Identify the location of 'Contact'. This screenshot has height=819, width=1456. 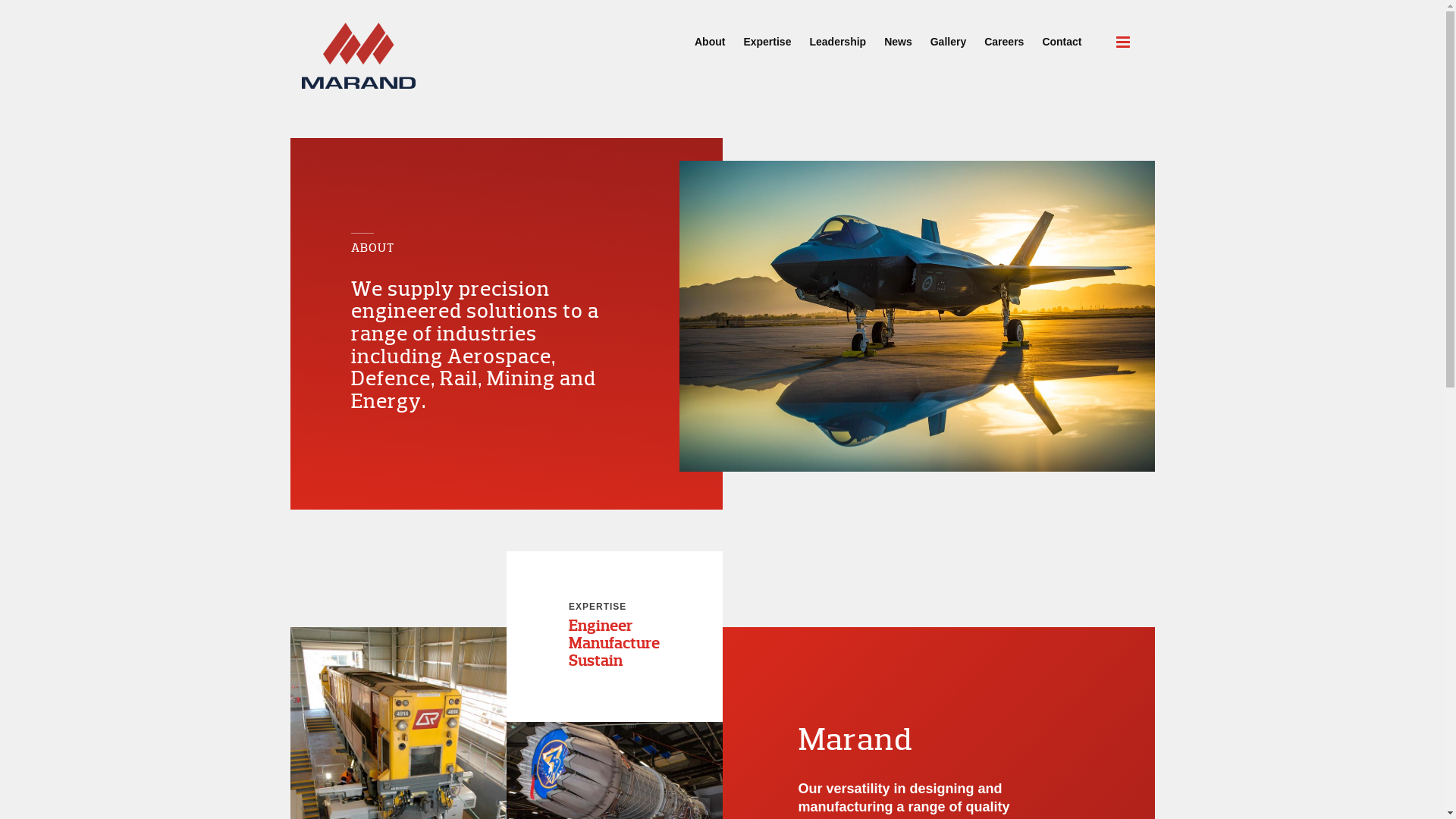
(1061, 34).